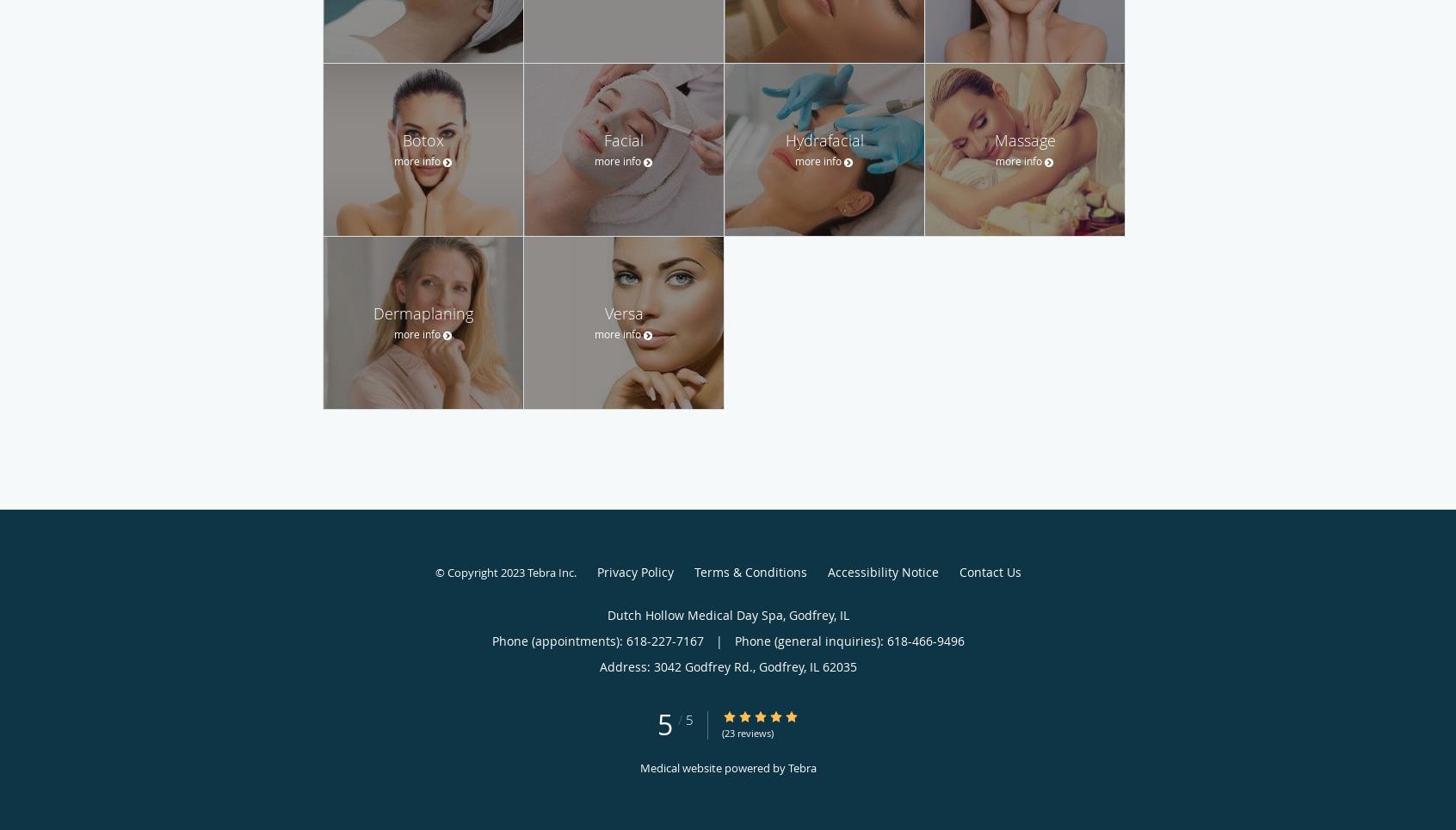  I want to click on '3042 Godfrey Rd.,', so click(705, 666).